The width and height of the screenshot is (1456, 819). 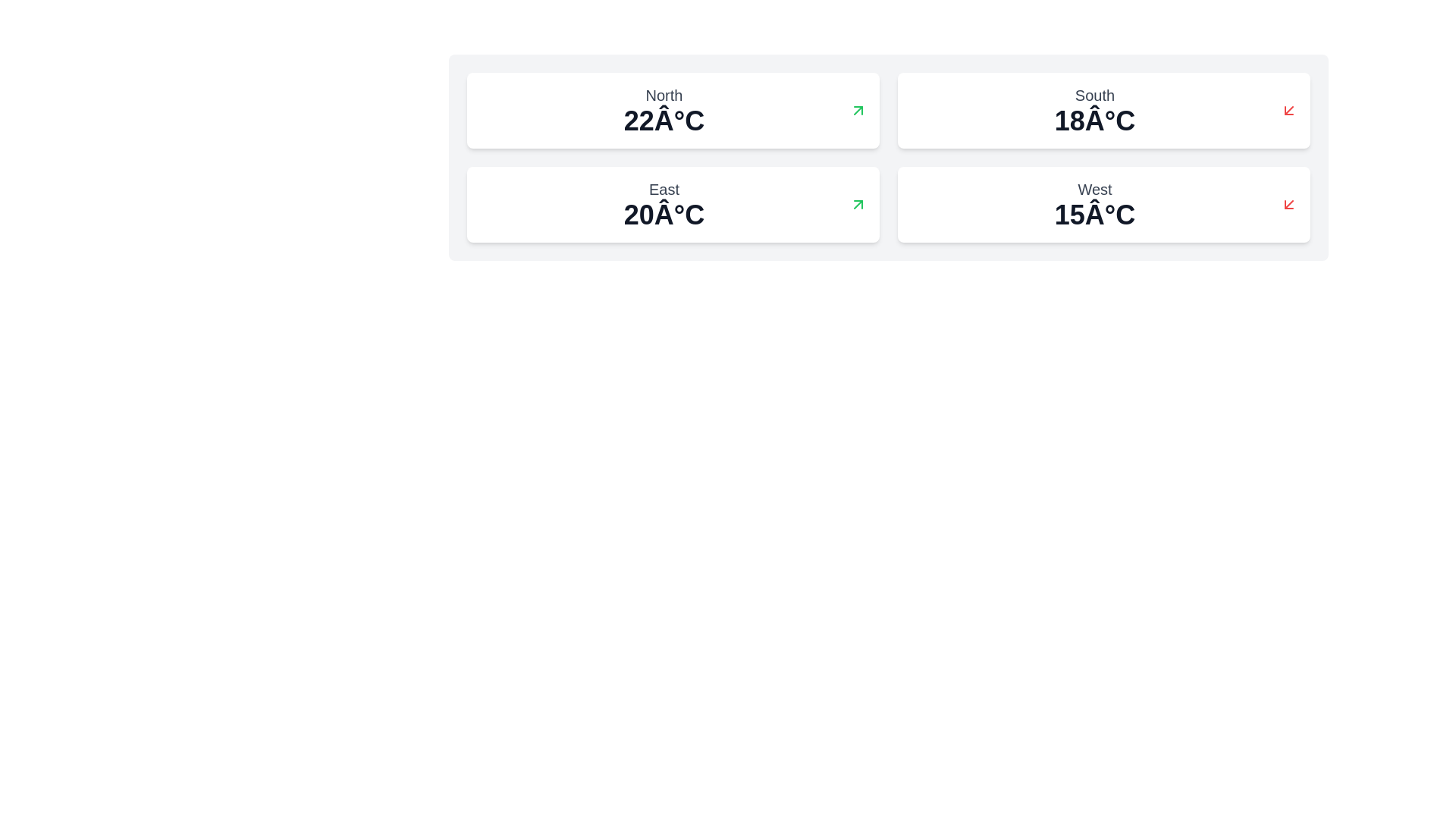 I want to click on displayed temperature from the main display positioned at the bottom of the 'West' card, which is centrally aligned within the card, so click(x=1095, y=215).